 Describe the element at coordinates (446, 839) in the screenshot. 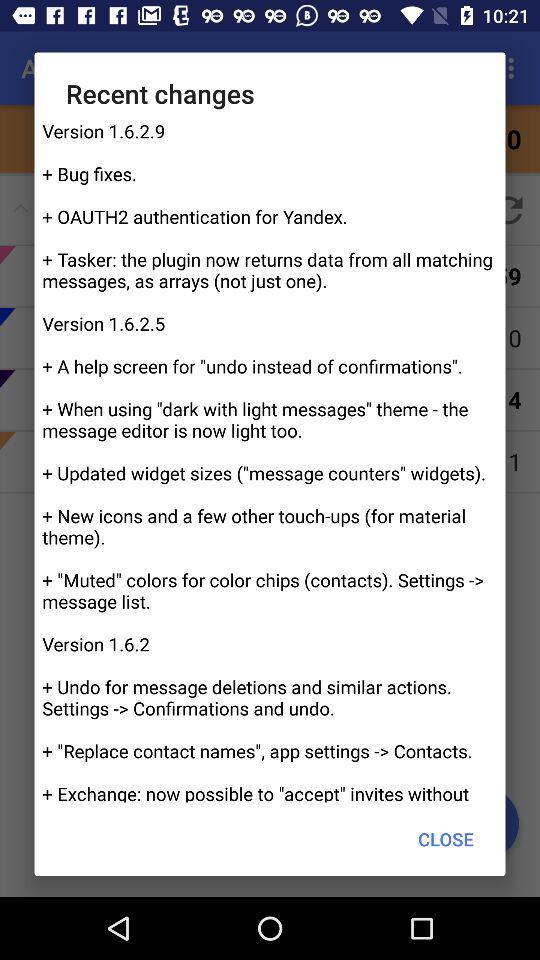

I see `the item below the version 1 6 icon` at that location.